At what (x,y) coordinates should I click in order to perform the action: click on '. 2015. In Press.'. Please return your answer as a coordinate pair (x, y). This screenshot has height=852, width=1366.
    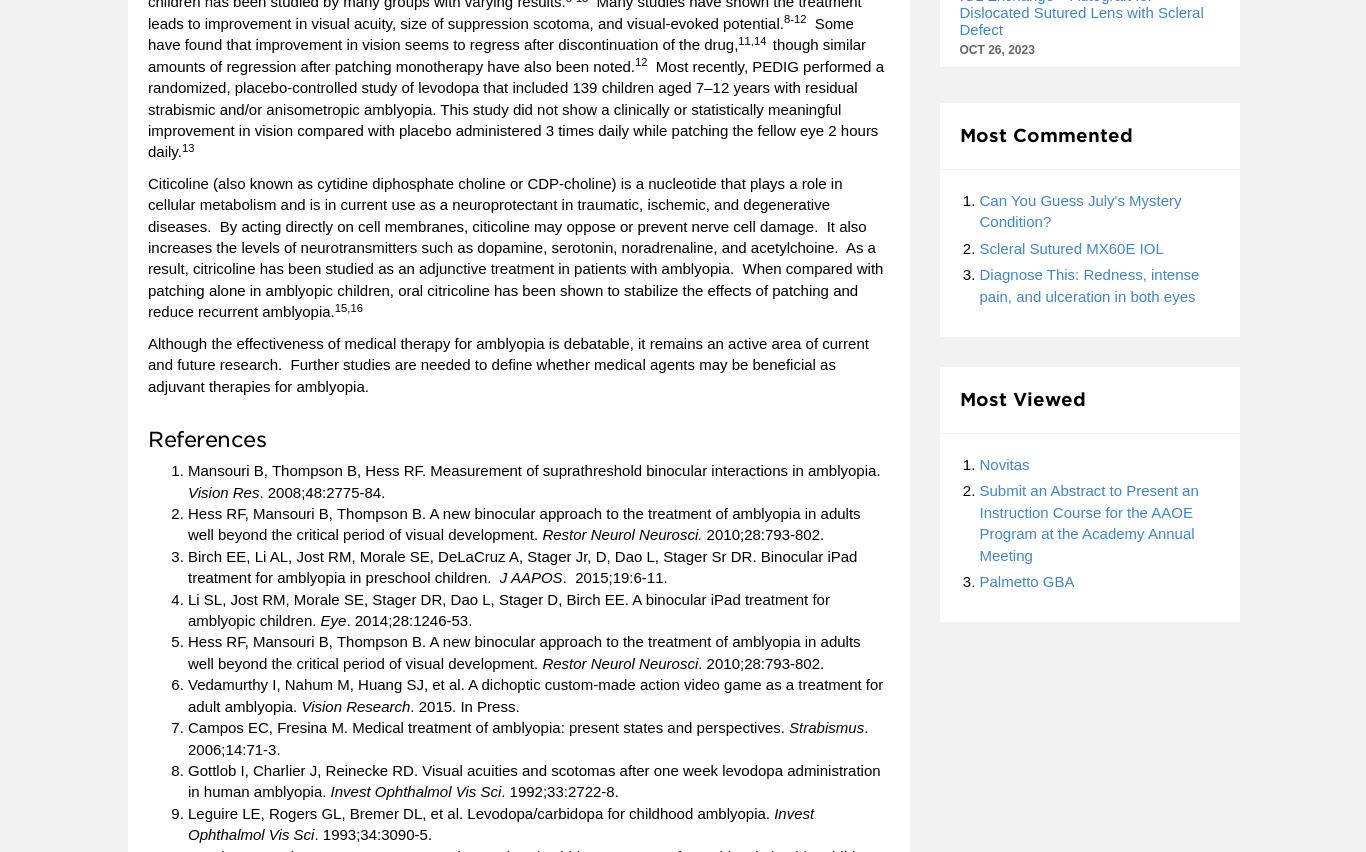
    Looking at the image, I should click on (464, 705).